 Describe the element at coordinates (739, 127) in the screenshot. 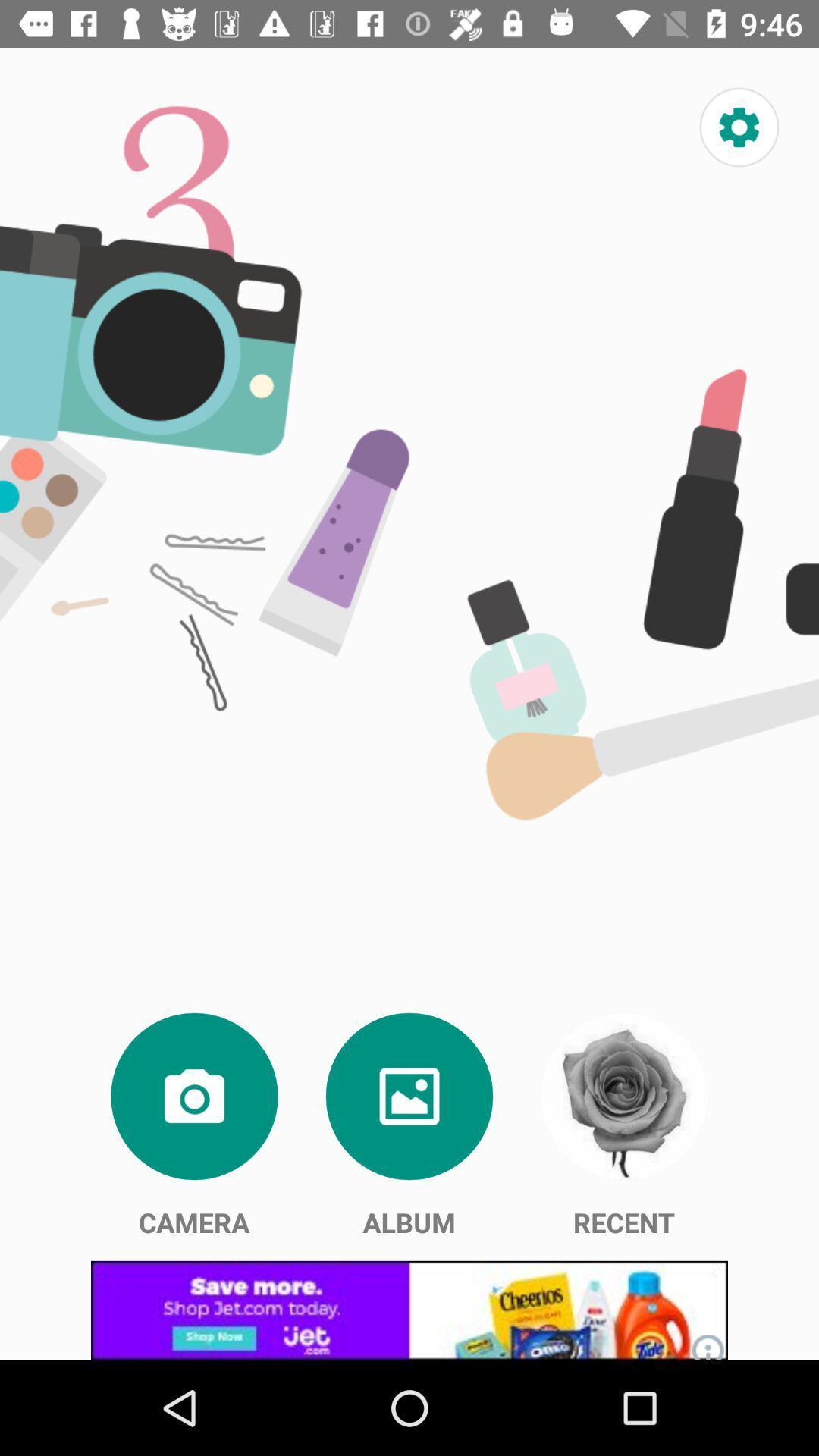

I see `the settings icon` at that location.